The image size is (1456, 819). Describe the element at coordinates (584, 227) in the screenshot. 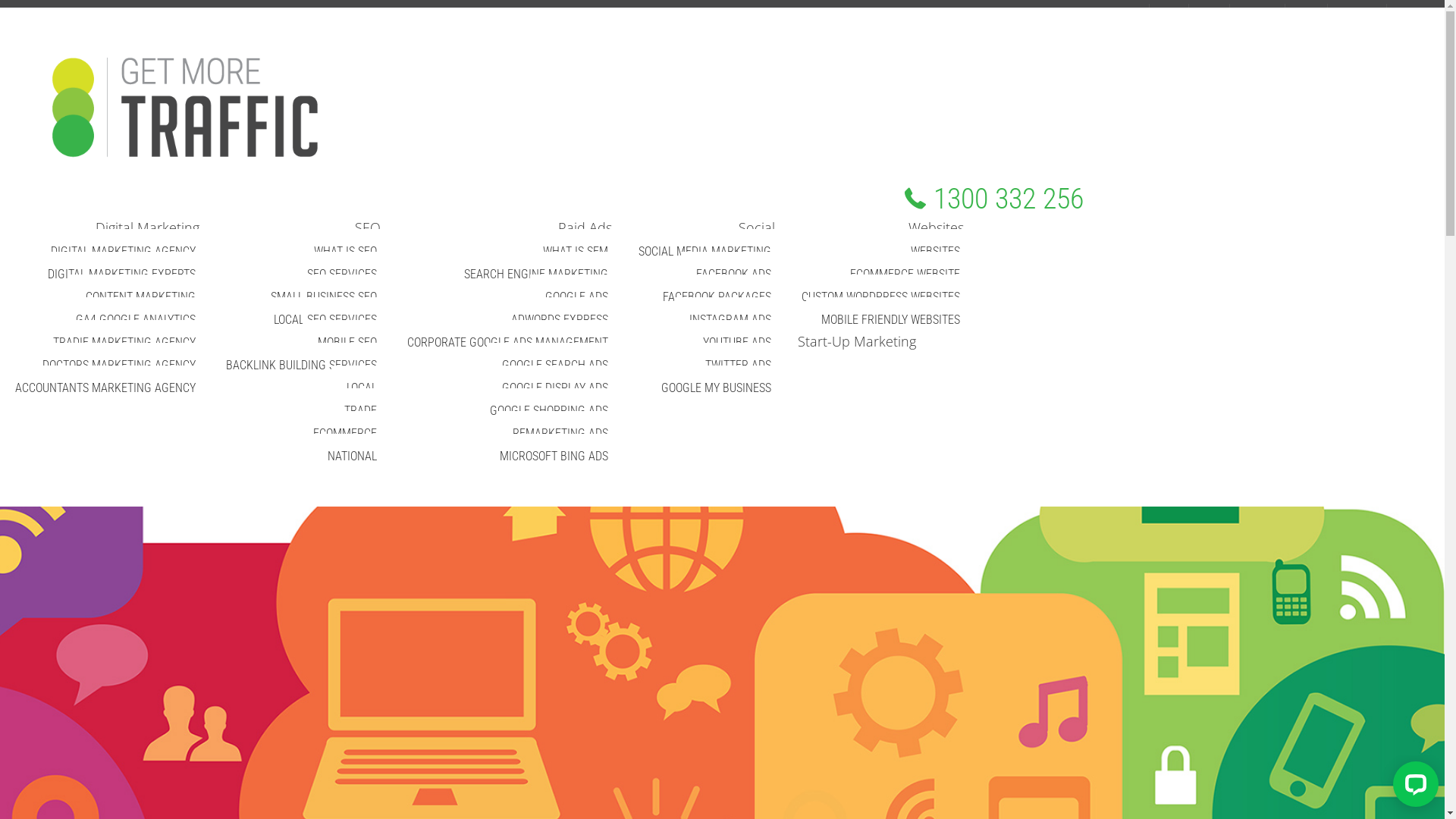

I see `'Paid Ads'` at that location.